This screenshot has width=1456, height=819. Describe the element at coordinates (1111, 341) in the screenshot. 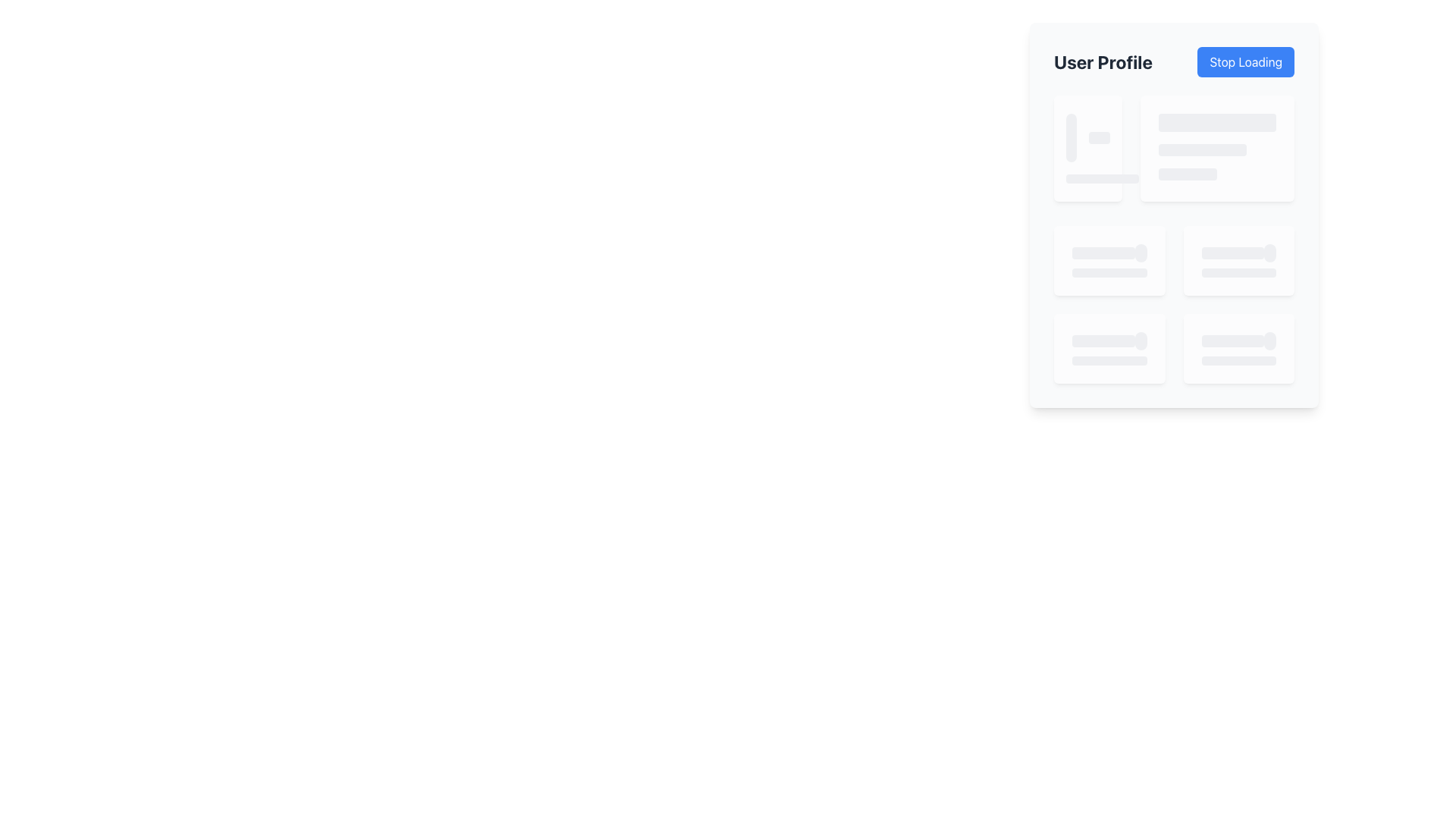

I see `the slider value` at that location.